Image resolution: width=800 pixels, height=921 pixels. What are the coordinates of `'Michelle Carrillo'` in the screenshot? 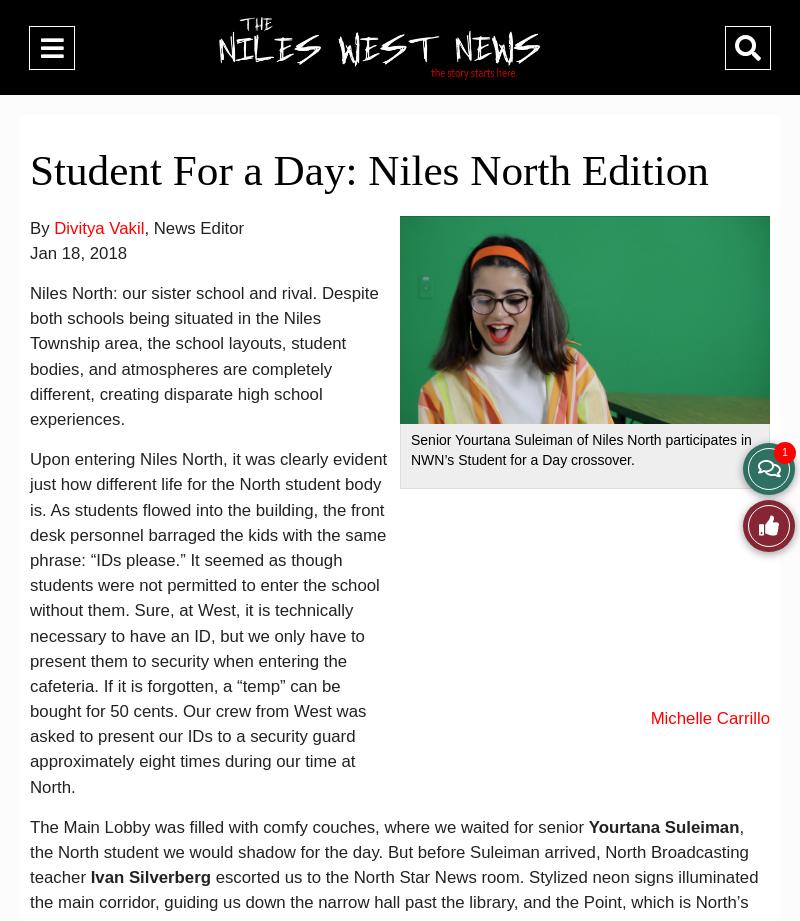 It's located at (709, 718).